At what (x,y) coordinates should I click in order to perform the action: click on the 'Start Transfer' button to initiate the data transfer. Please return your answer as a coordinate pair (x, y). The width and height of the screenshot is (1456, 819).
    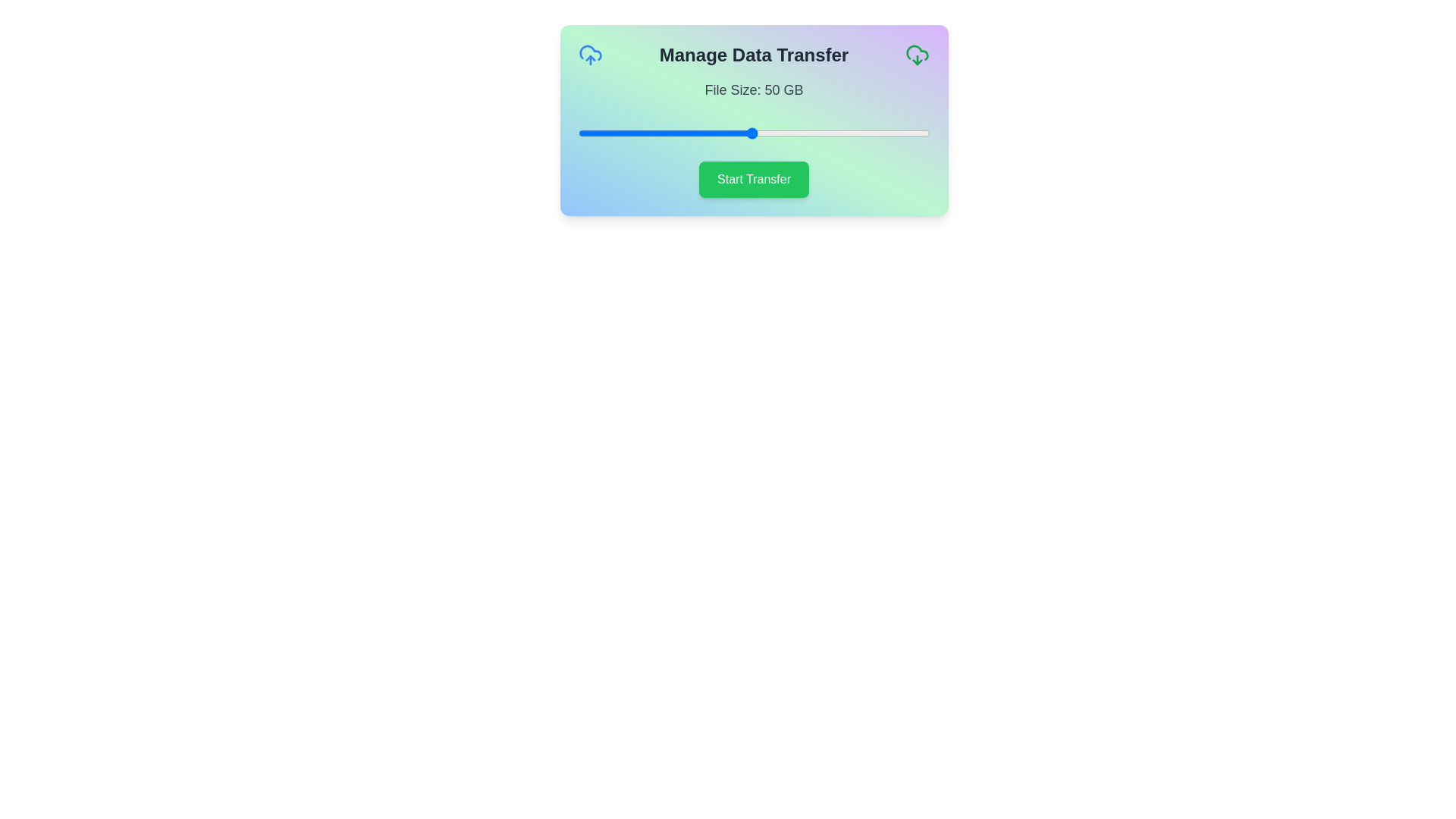
    Looking at the image, I should click on (754, 178).